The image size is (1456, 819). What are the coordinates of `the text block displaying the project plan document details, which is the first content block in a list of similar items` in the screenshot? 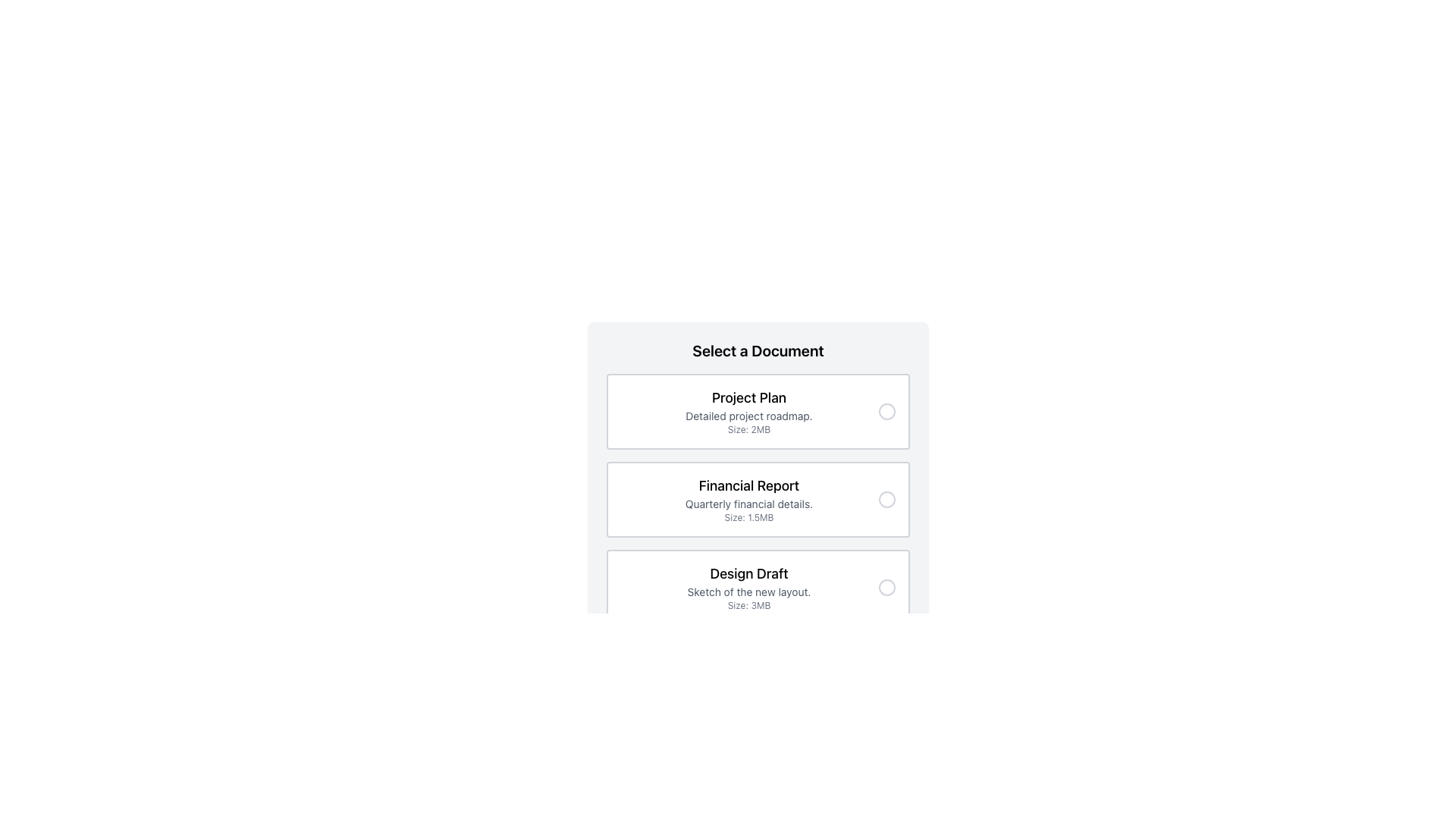 It's located at (749, 412).